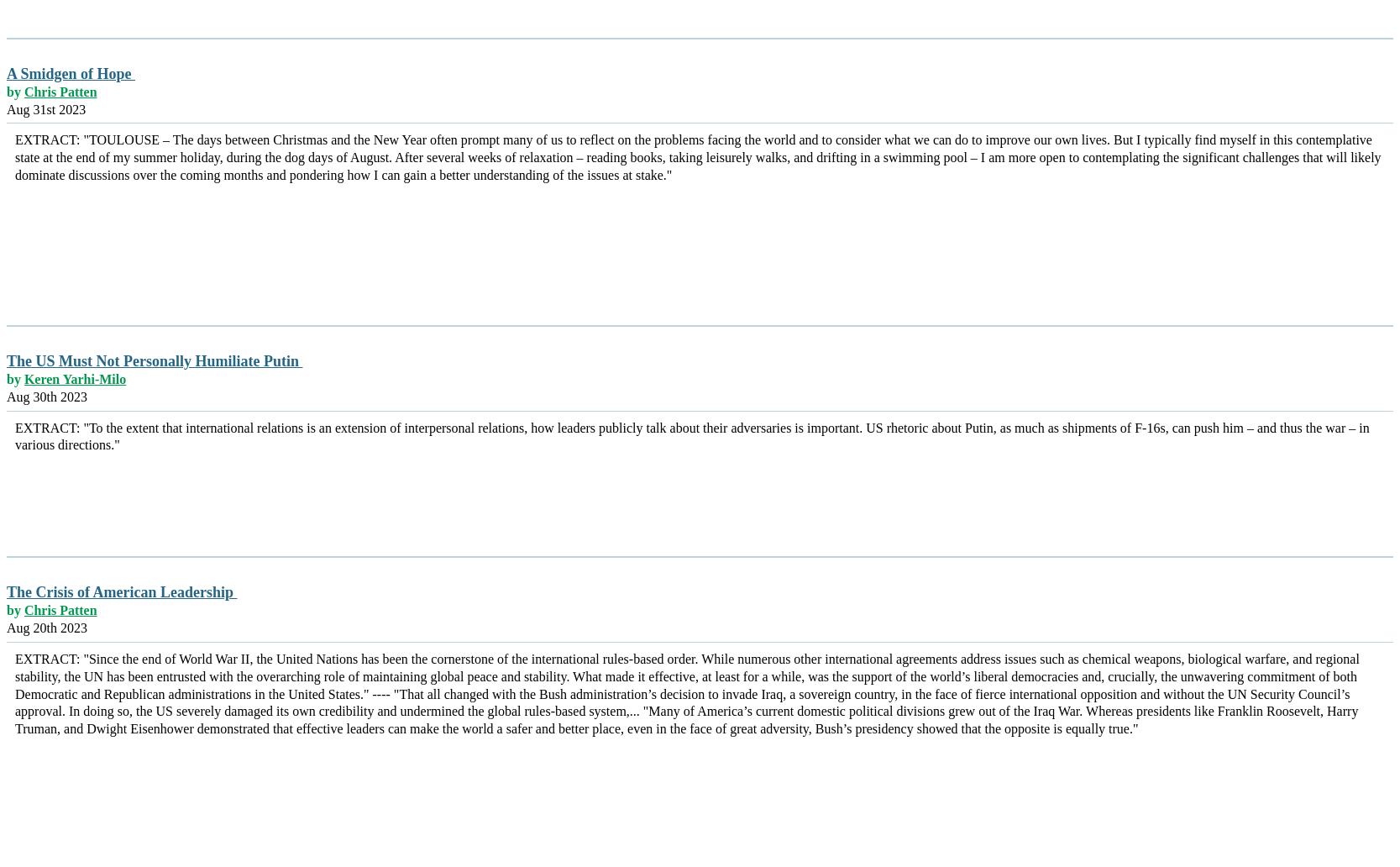 This screenshot has width=1400, height=867. What do you see at coordinates (70, 72) in the screenshot?
I see `'A Smidgen of Hope'` at bounding box center [70, 72].